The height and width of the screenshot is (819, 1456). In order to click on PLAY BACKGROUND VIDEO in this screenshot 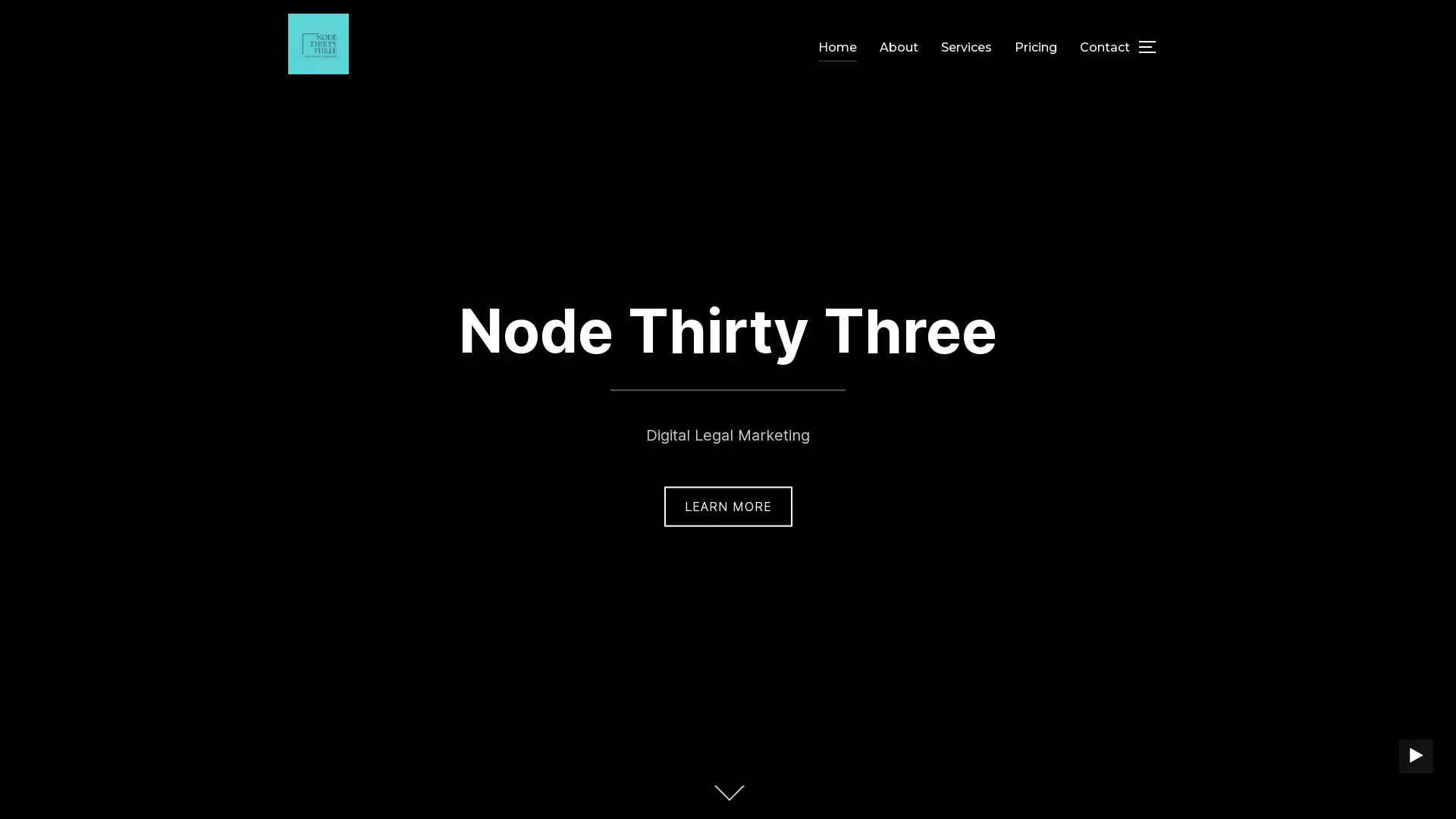, I will do `click(1415, 756)`.